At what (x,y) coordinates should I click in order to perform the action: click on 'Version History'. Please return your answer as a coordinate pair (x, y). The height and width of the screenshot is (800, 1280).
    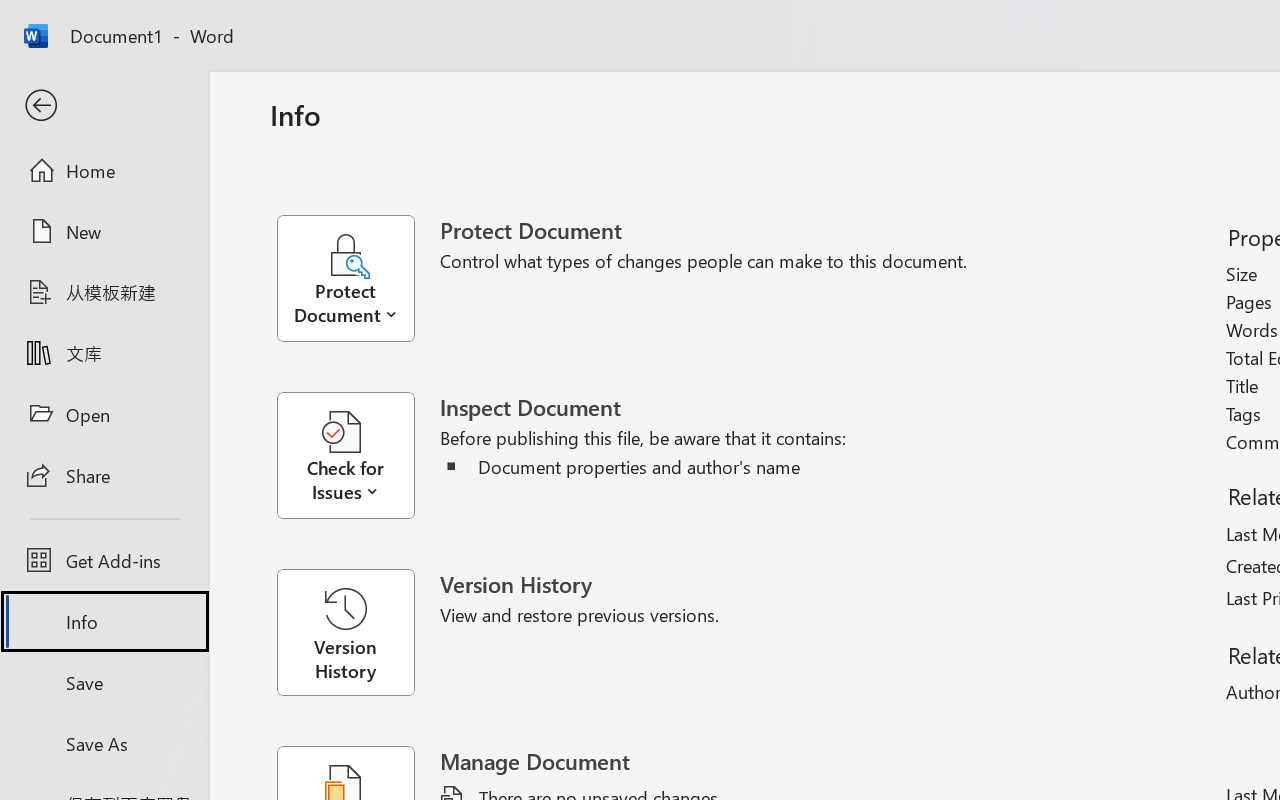
    Looking at the image, I should click on (345, 632).